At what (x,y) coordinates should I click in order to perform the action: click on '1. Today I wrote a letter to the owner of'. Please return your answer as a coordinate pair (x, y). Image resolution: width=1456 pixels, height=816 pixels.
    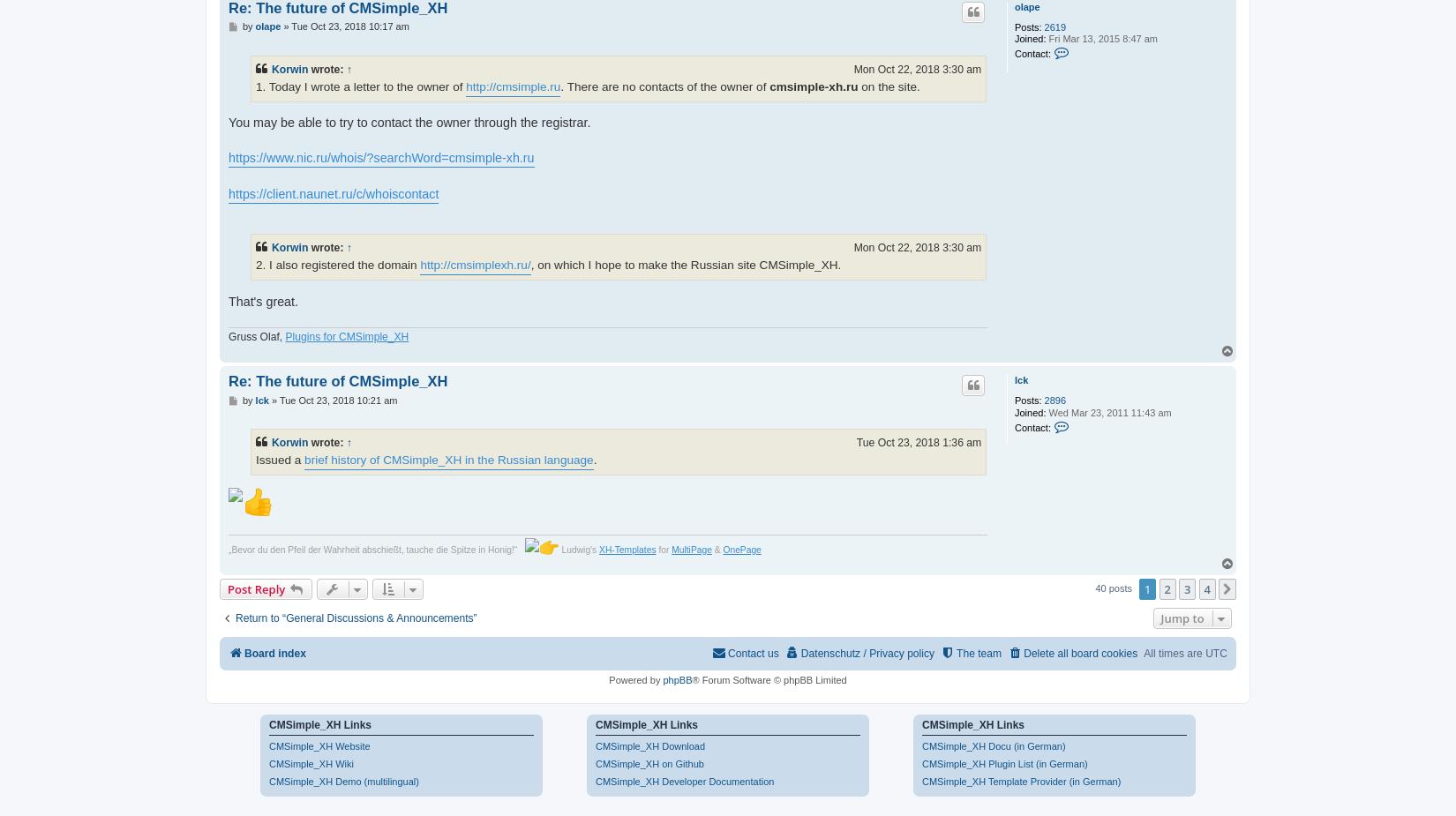
    Looking at the image, I should click on (256, 85).